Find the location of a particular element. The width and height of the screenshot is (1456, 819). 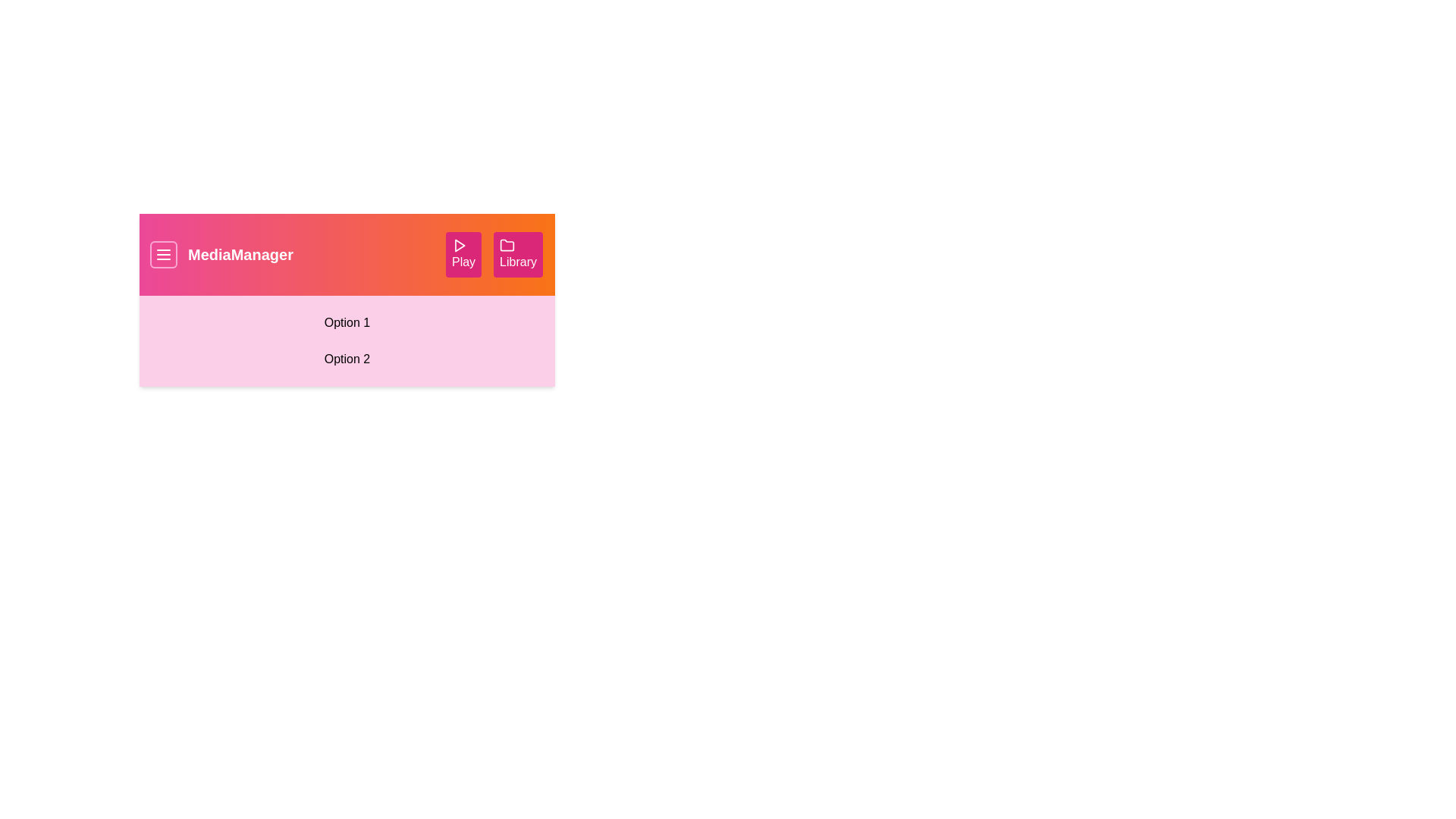

the menu option Option 2 is located at coordinates (346, 359).